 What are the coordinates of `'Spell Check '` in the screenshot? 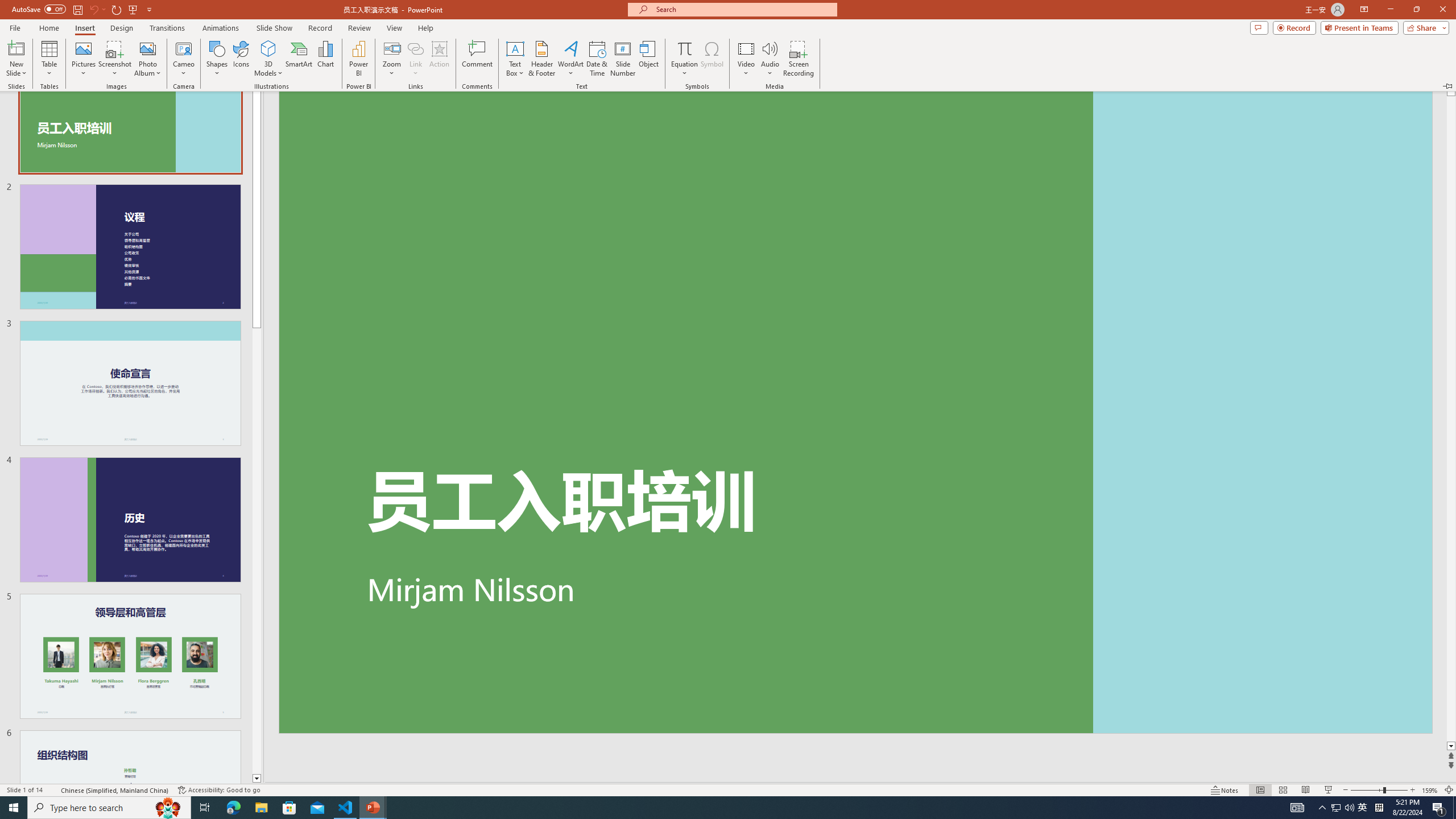 It's located at (53, 790).